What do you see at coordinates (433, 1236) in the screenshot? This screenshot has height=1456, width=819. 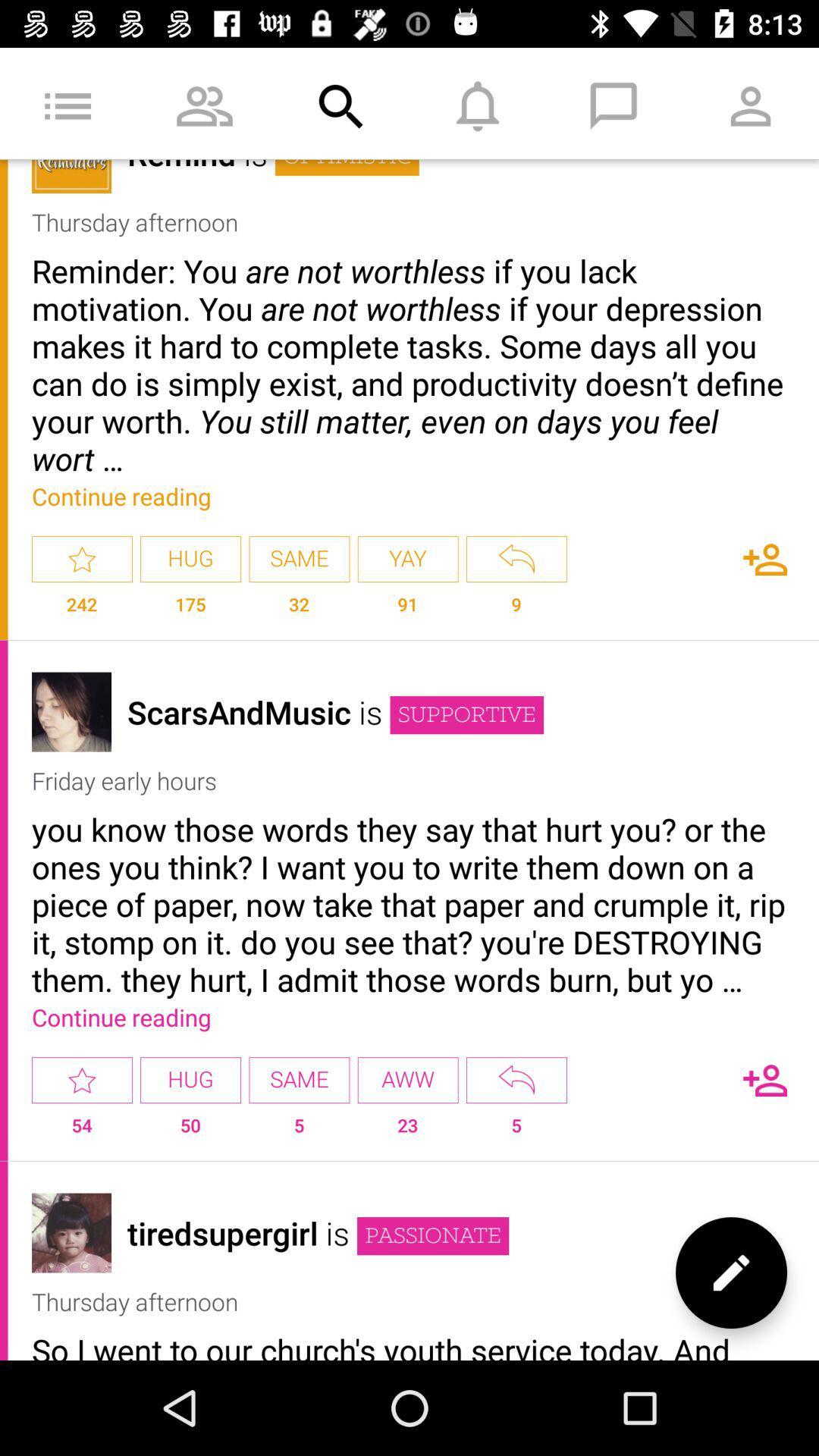 I see `the item next to is` at bounding box center [433, 1236].